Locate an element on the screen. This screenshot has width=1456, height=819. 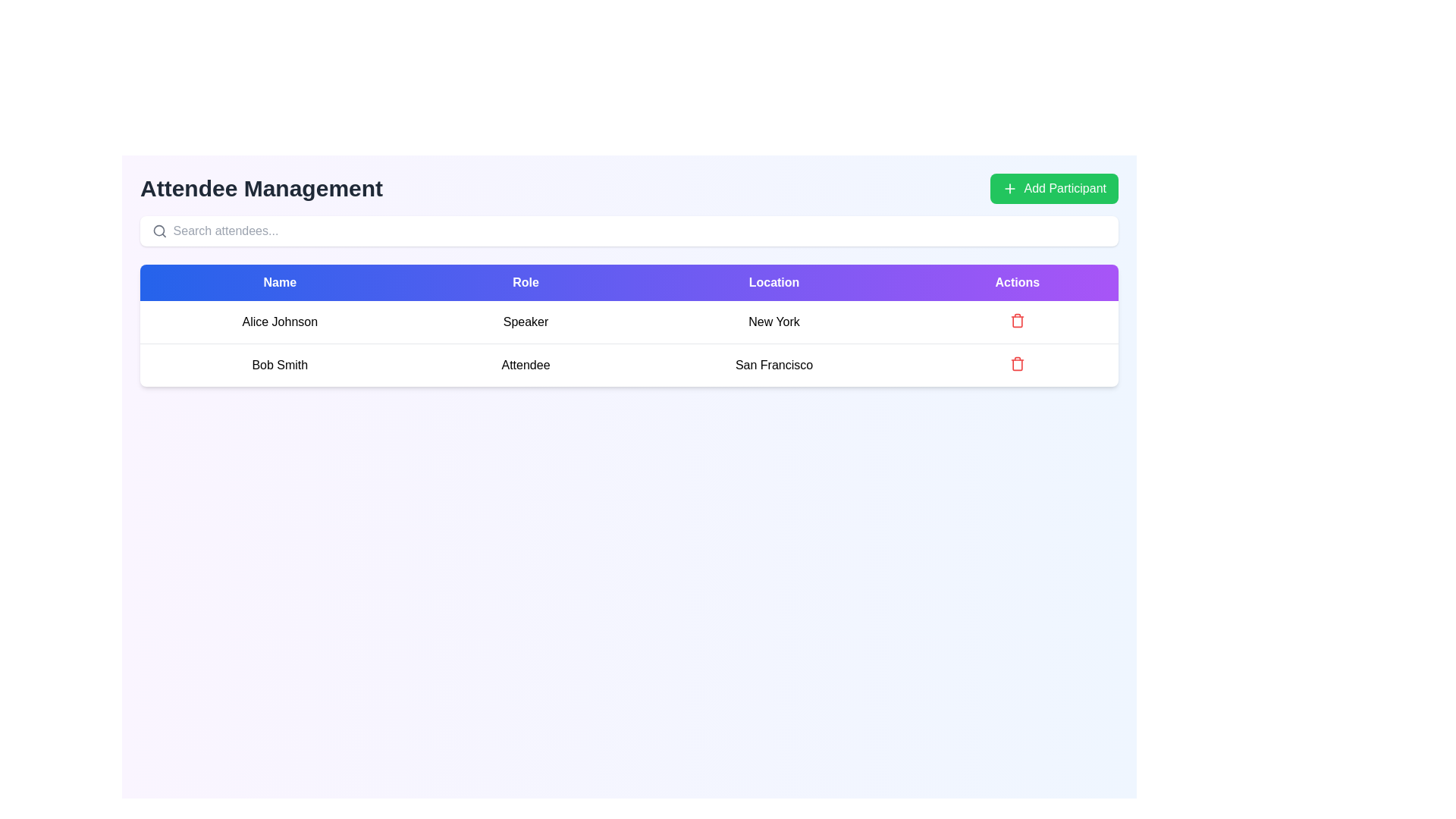
the 'Add Participant' button, which is a green rectangular button with white text and a plus icon, located towards the top-right corner of the interface is located at coordinates (1053, 188).